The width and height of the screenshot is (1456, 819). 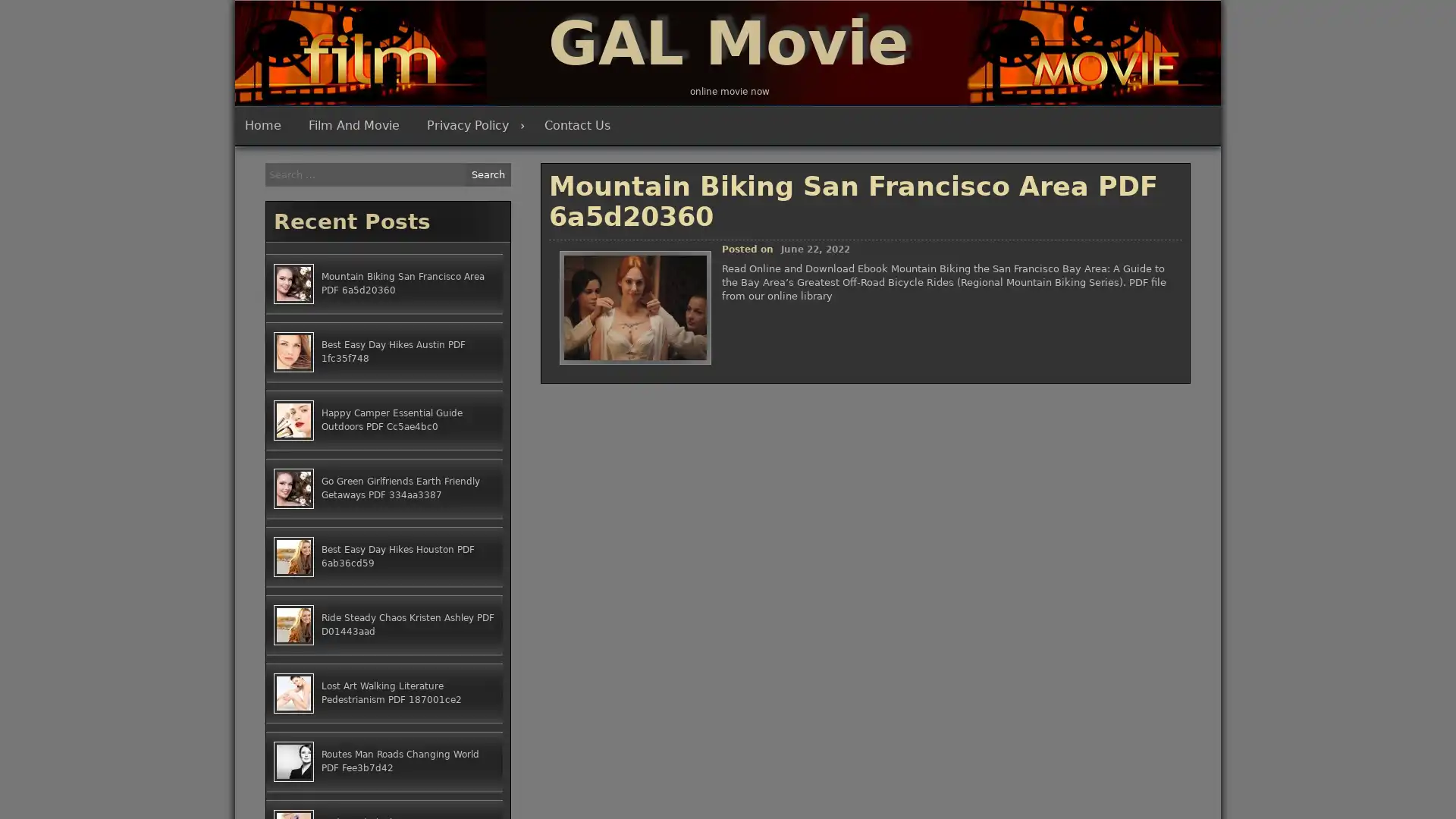 What do you see at coordinates (488, 174) in the screenshot?
I see `Search` at bounding box center [488, 174].